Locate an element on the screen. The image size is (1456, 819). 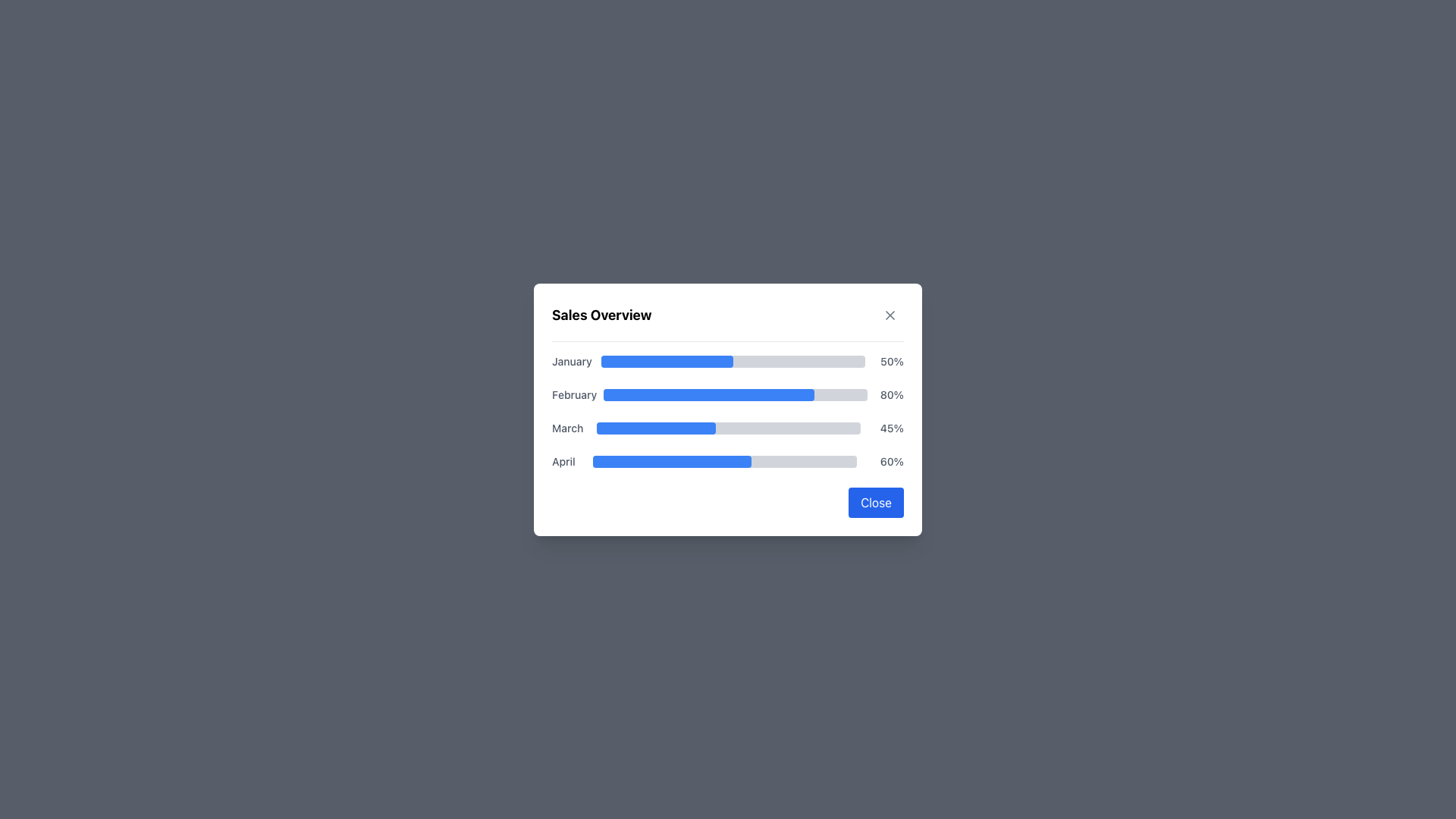
the composite element representing the progress for February, which shows 80% completion in the Sales Overview dialog is located at coordinates (728, 394).